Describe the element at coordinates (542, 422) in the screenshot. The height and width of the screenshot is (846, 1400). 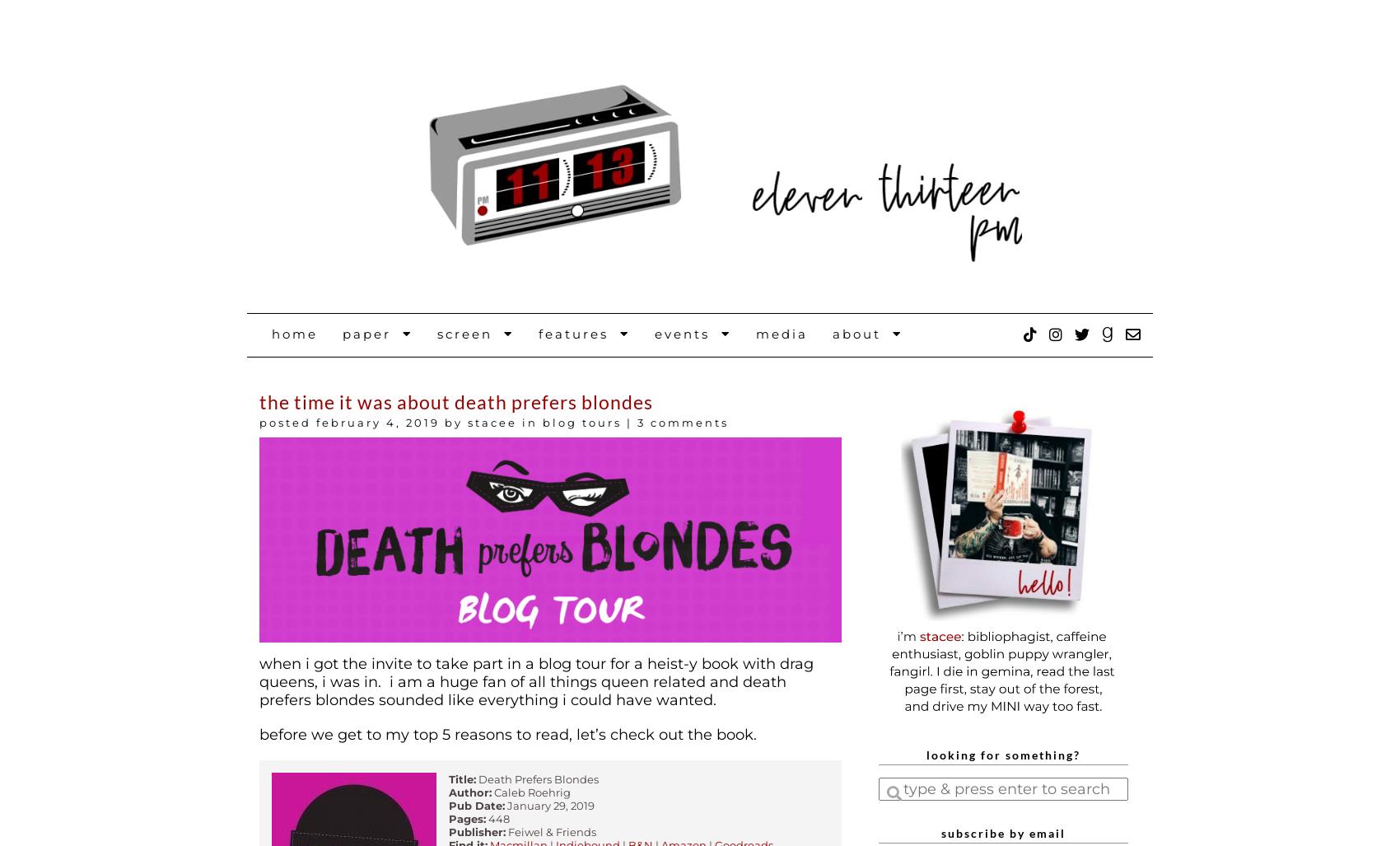
I see `'Blog Tours'` at that location.